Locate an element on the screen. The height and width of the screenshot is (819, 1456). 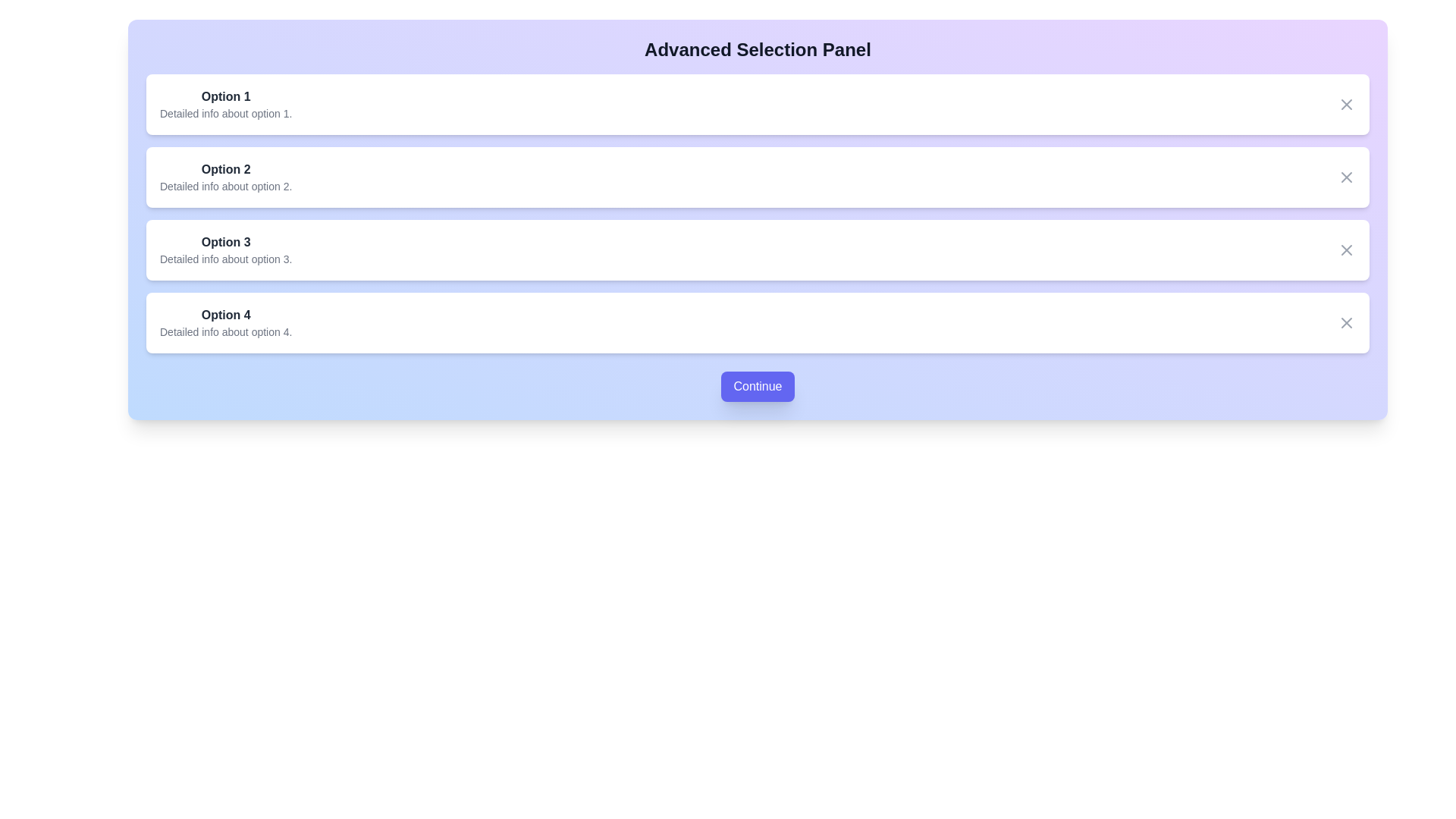
the static text label for the fourth option in the selection panel, which is located above the description text 'Detailed info about option 4.' is located at coordinates (225, 315).